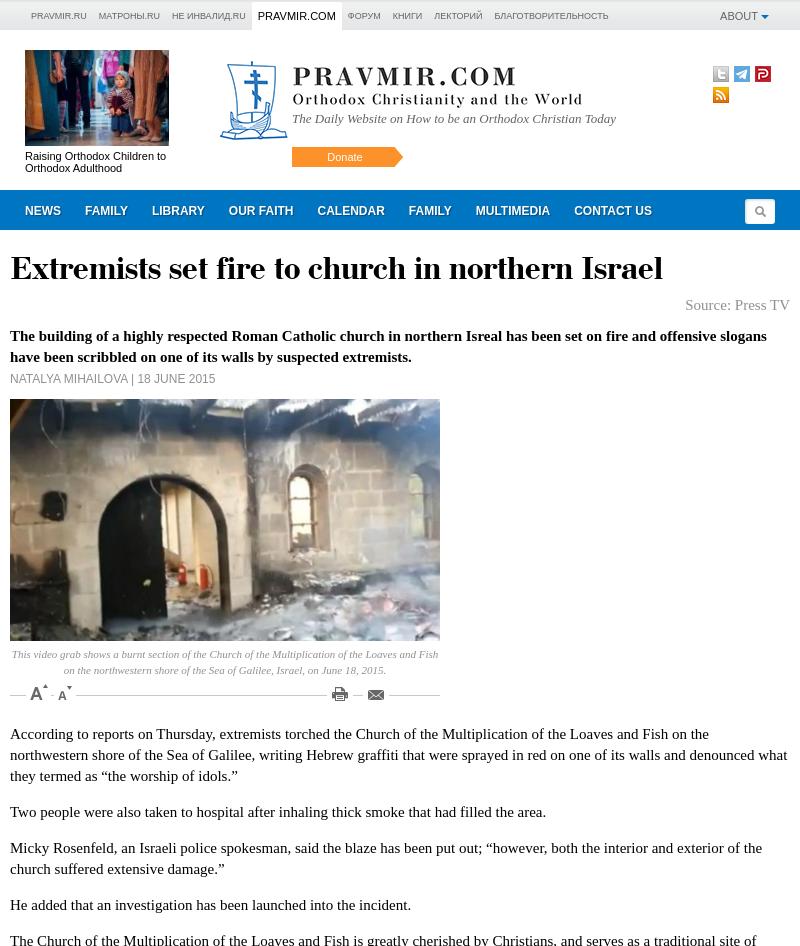 This screenshot has height=946, width=800. I want to click on 'Press TV', so click(762, 303).